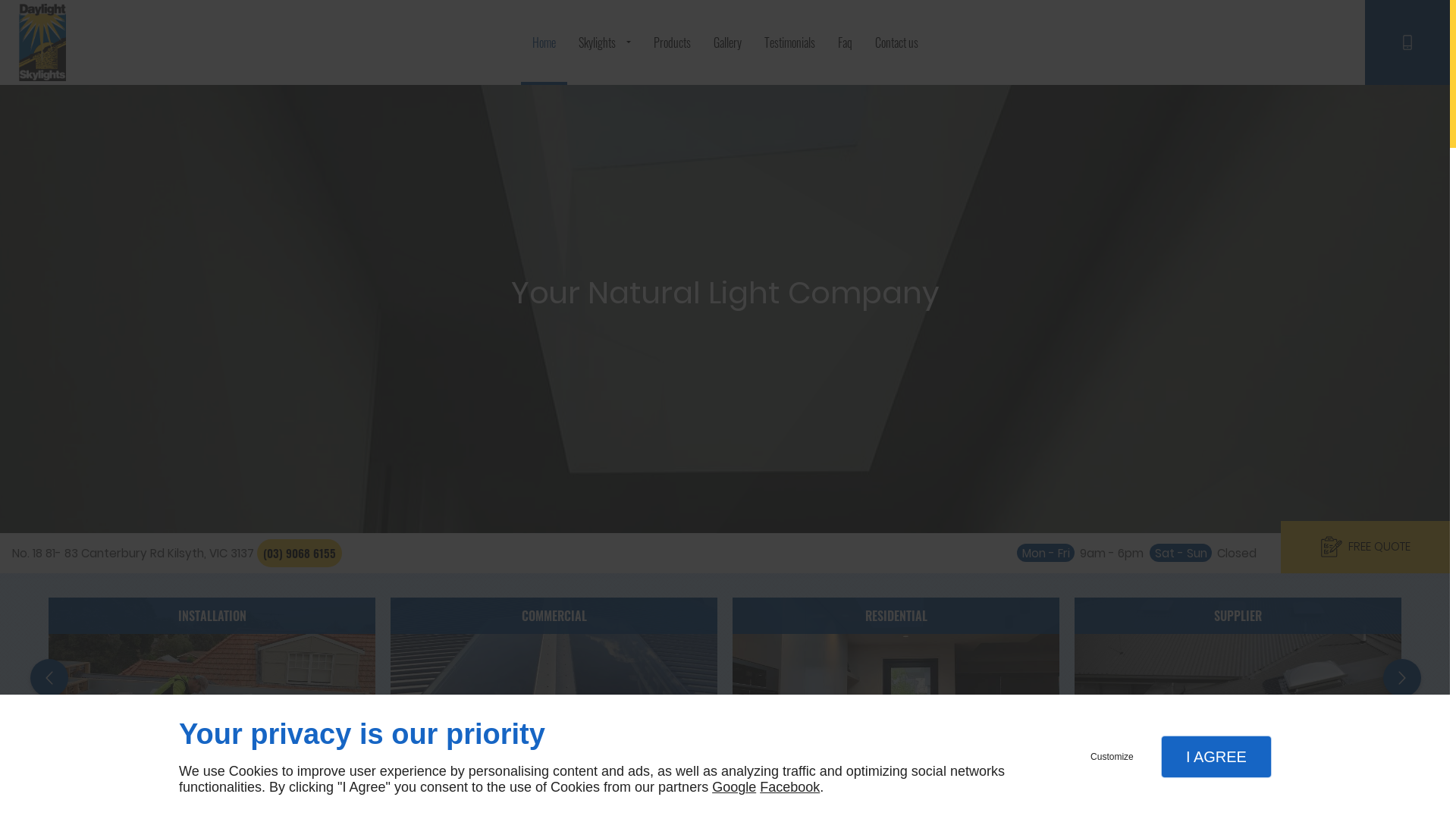  I want to click on 'Contact us', so click(862, 42).